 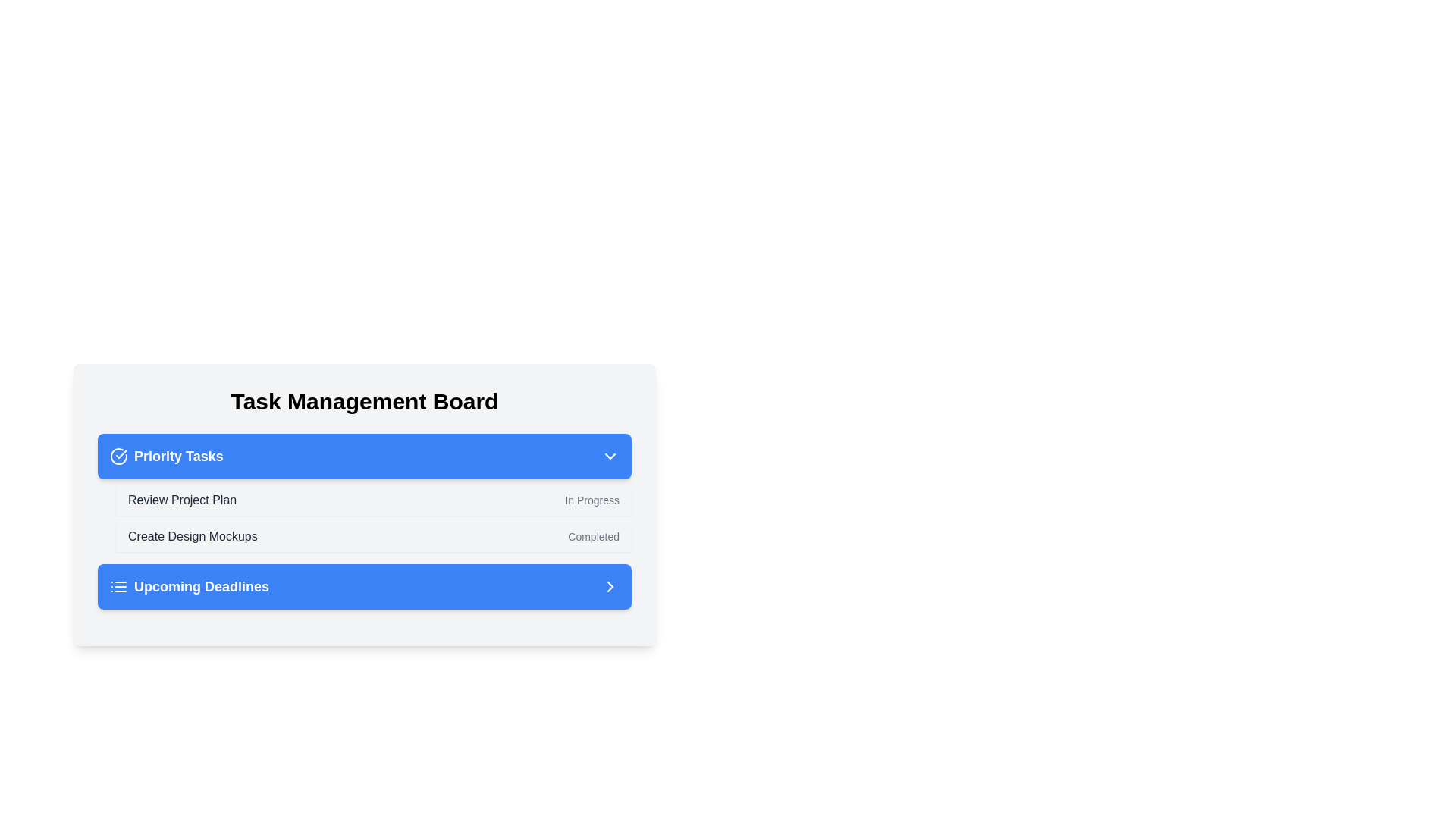 What do you see at coordinates (610, 586) in the screenshot?
I see `the chevron icon located on the right side of the blue section header in the 'Upcoming Deadlines' section of the Task Management Board interface` at bounding box center [610, 586].